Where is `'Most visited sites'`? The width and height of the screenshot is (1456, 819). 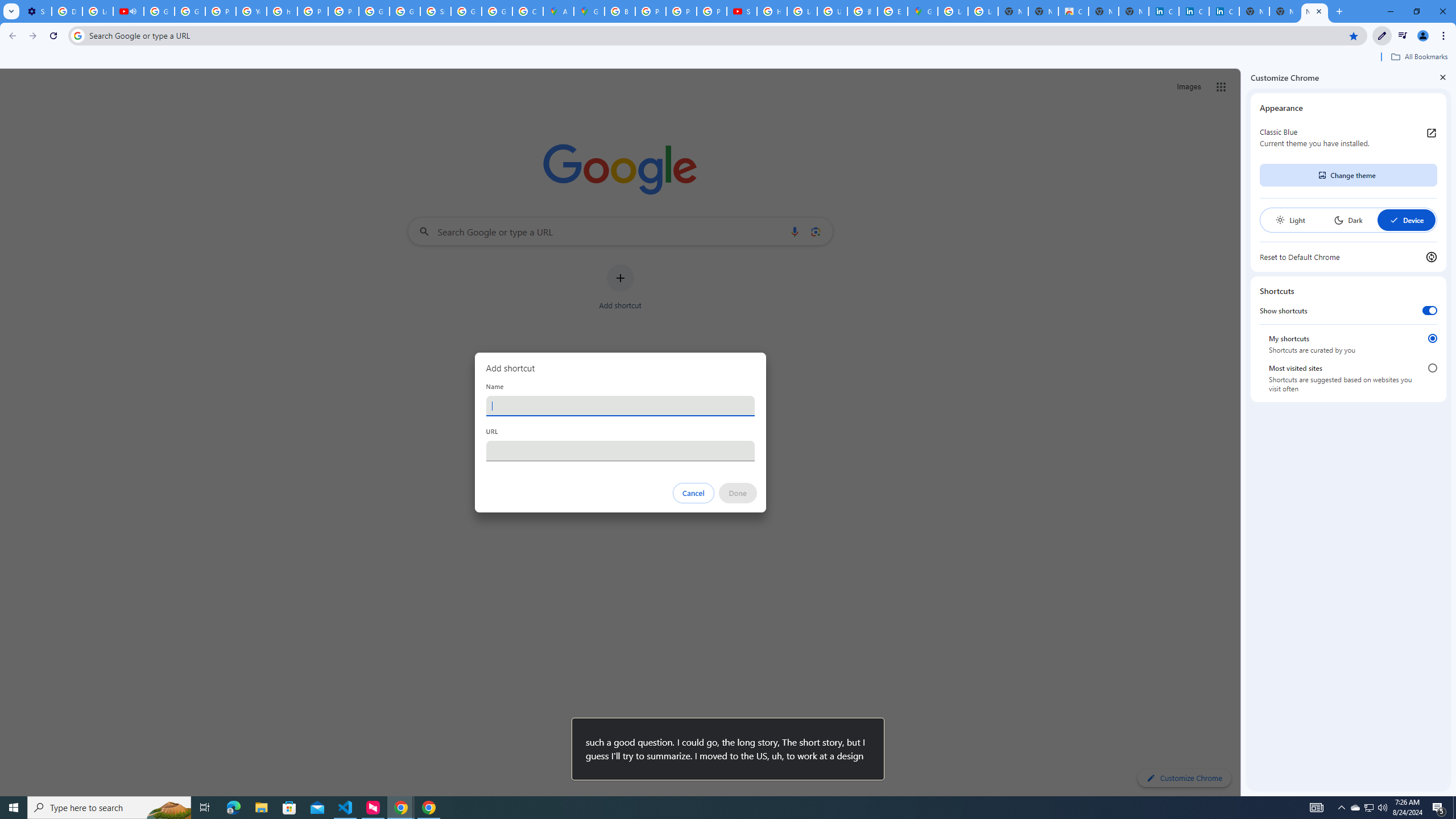
'Most visited sites' is located at coordinates (1433, 368).